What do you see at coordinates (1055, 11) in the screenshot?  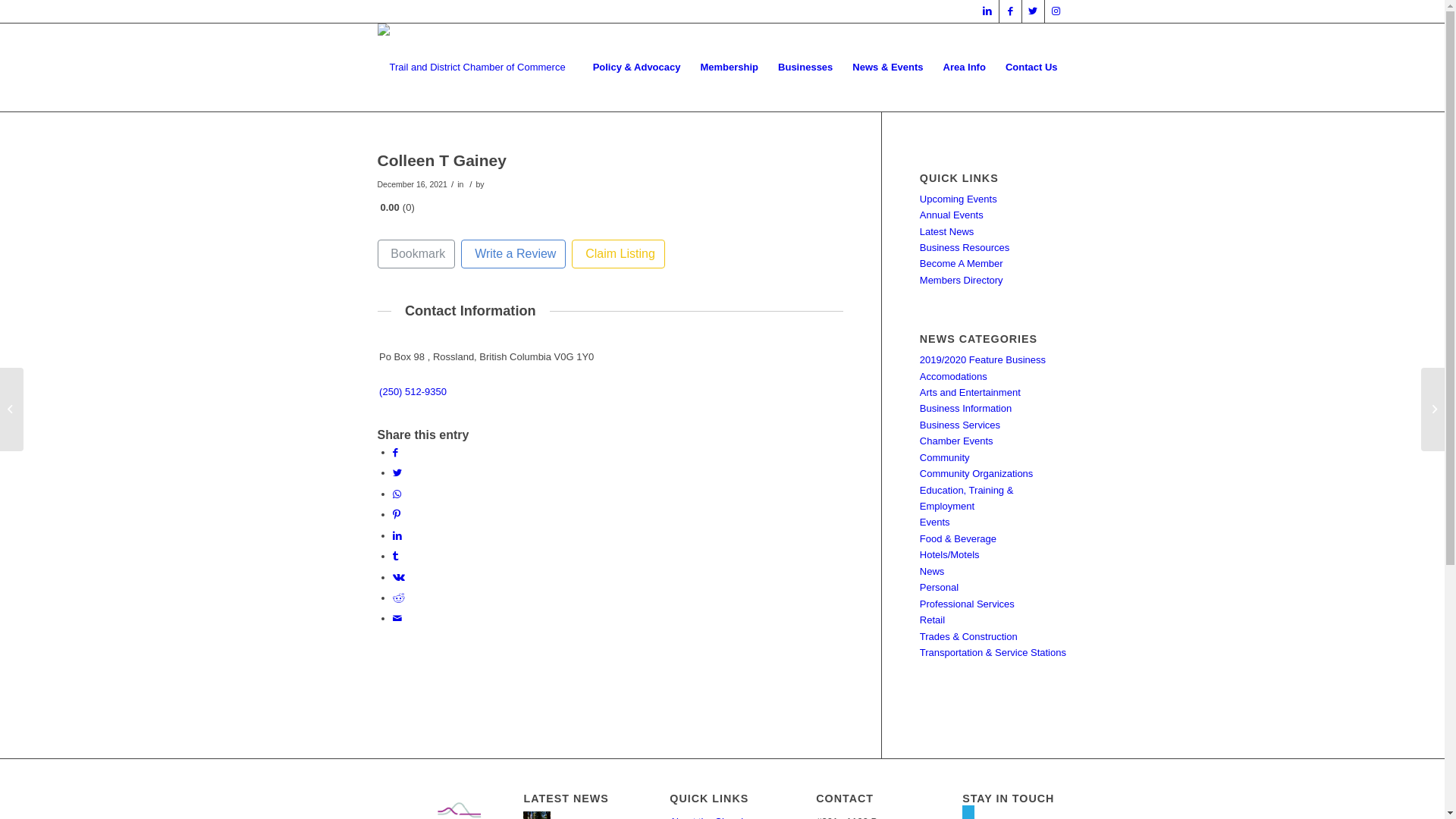 I see `'Instagram'` at bounding box center [1055, 11].